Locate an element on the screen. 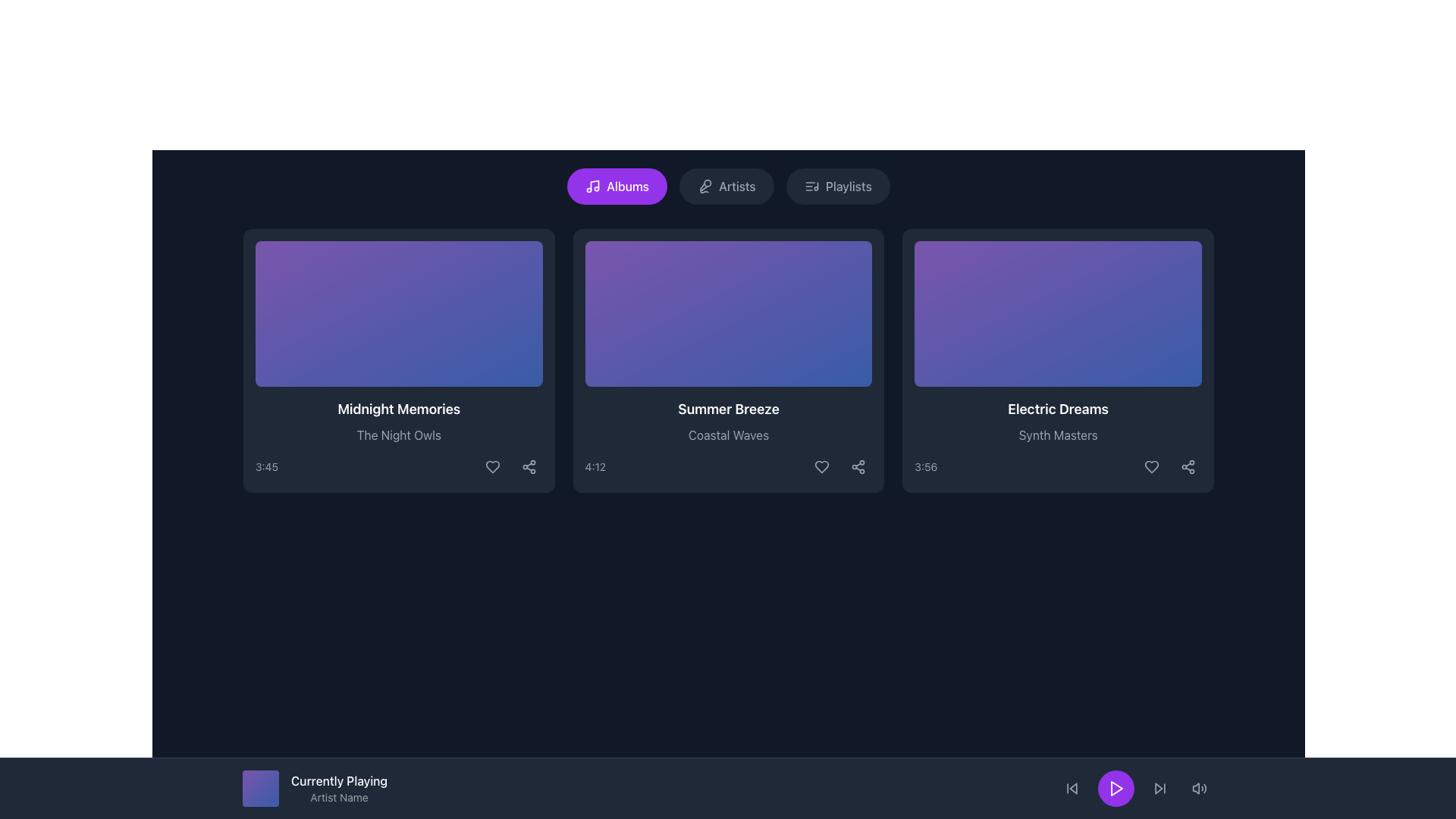  the heart icon located in the second position of the control group below the 'Summer Breeze' album card to like or unlike the album is located at coordinates (821, 466).